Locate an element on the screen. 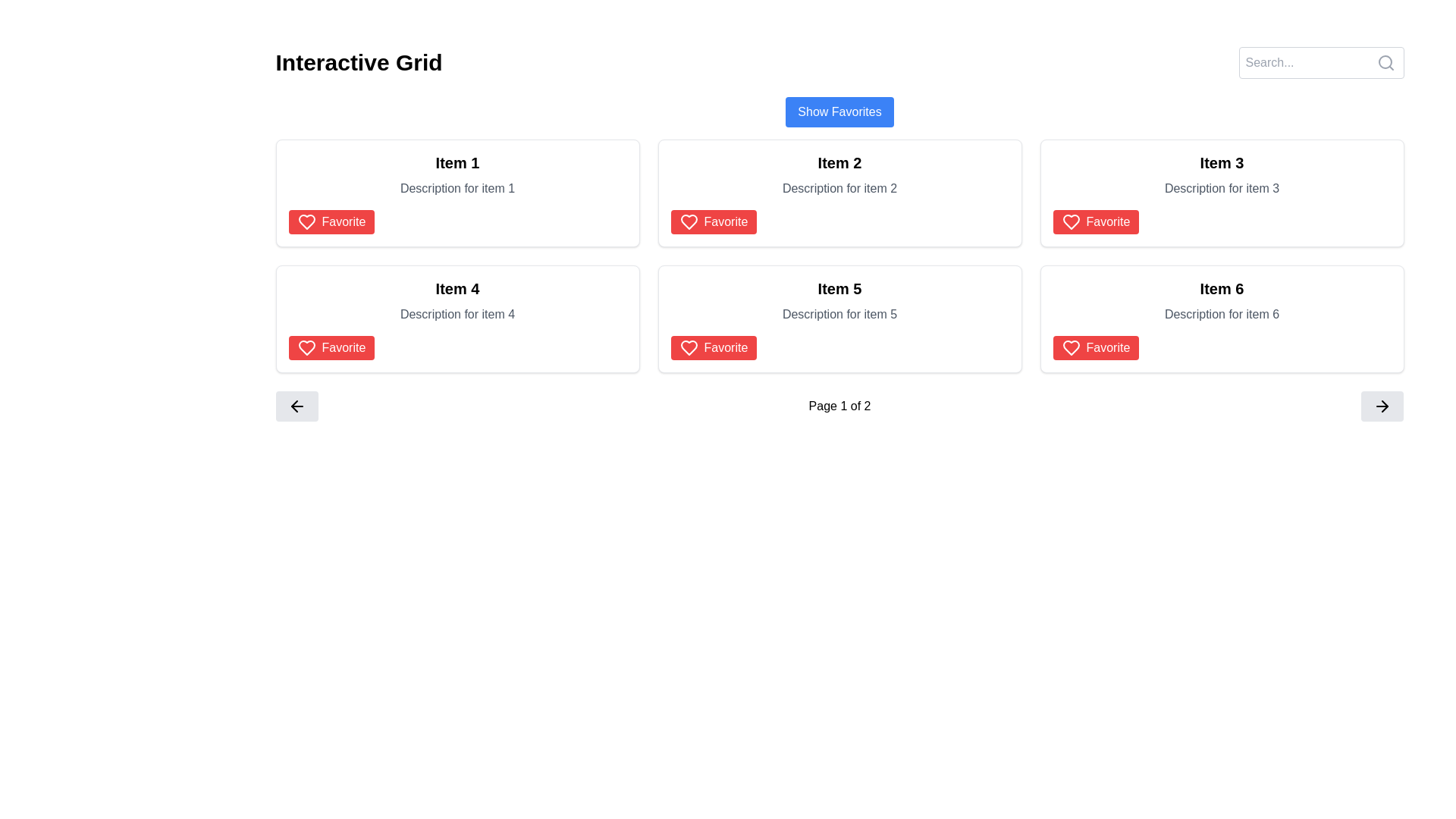  static text label indicating the current pagination state, which is located at the bottom of the layout and is horizontally centered is located at coordinates (839, 406).